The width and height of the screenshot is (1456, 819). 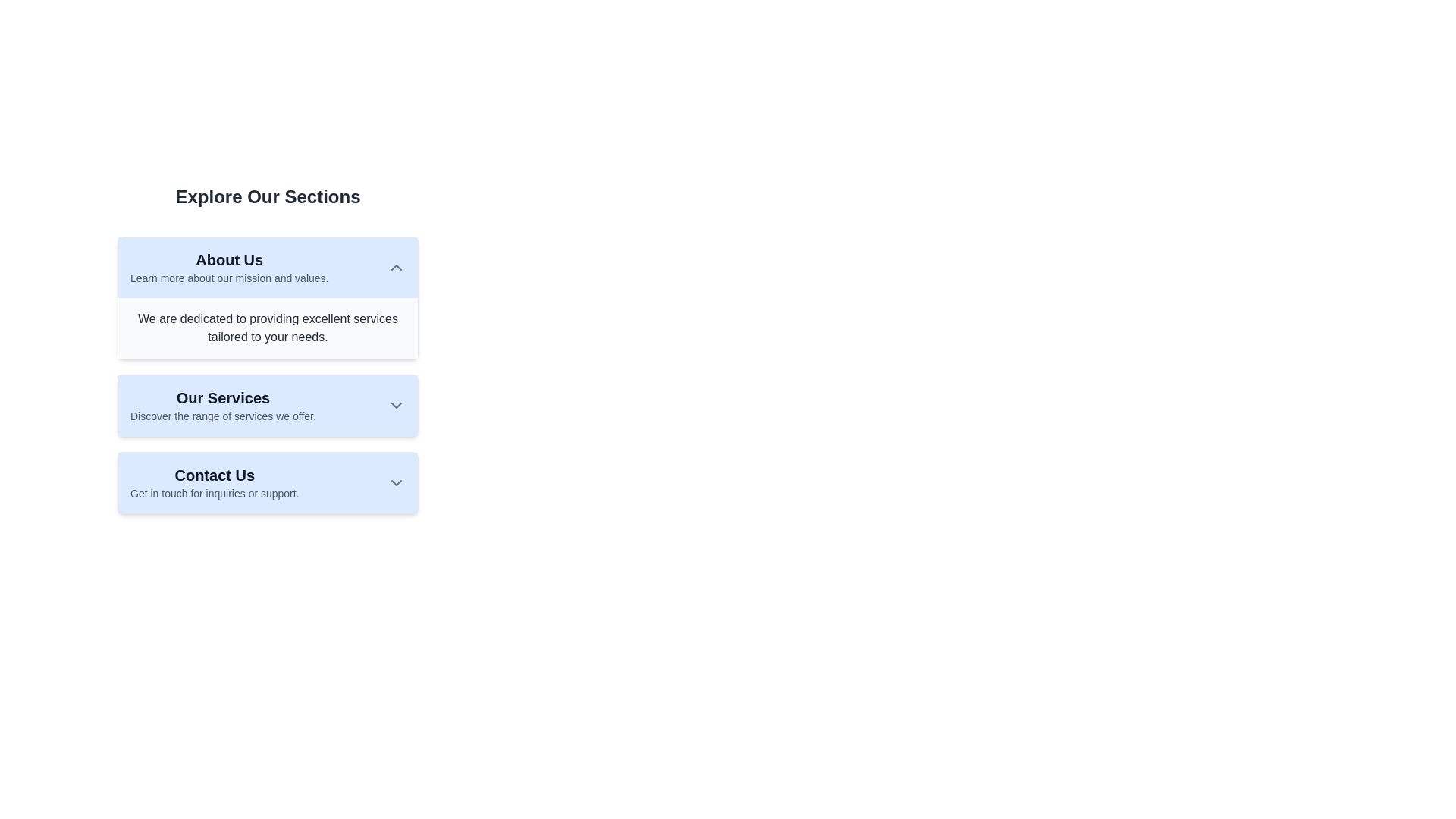 What do you see at coordinates (268, 267) in the screenshot?
I see `the 'About Us' Collapsible Panel Header, which is a light blue rectangular box with the title in bold dark font` at bounding box center [268, 267].